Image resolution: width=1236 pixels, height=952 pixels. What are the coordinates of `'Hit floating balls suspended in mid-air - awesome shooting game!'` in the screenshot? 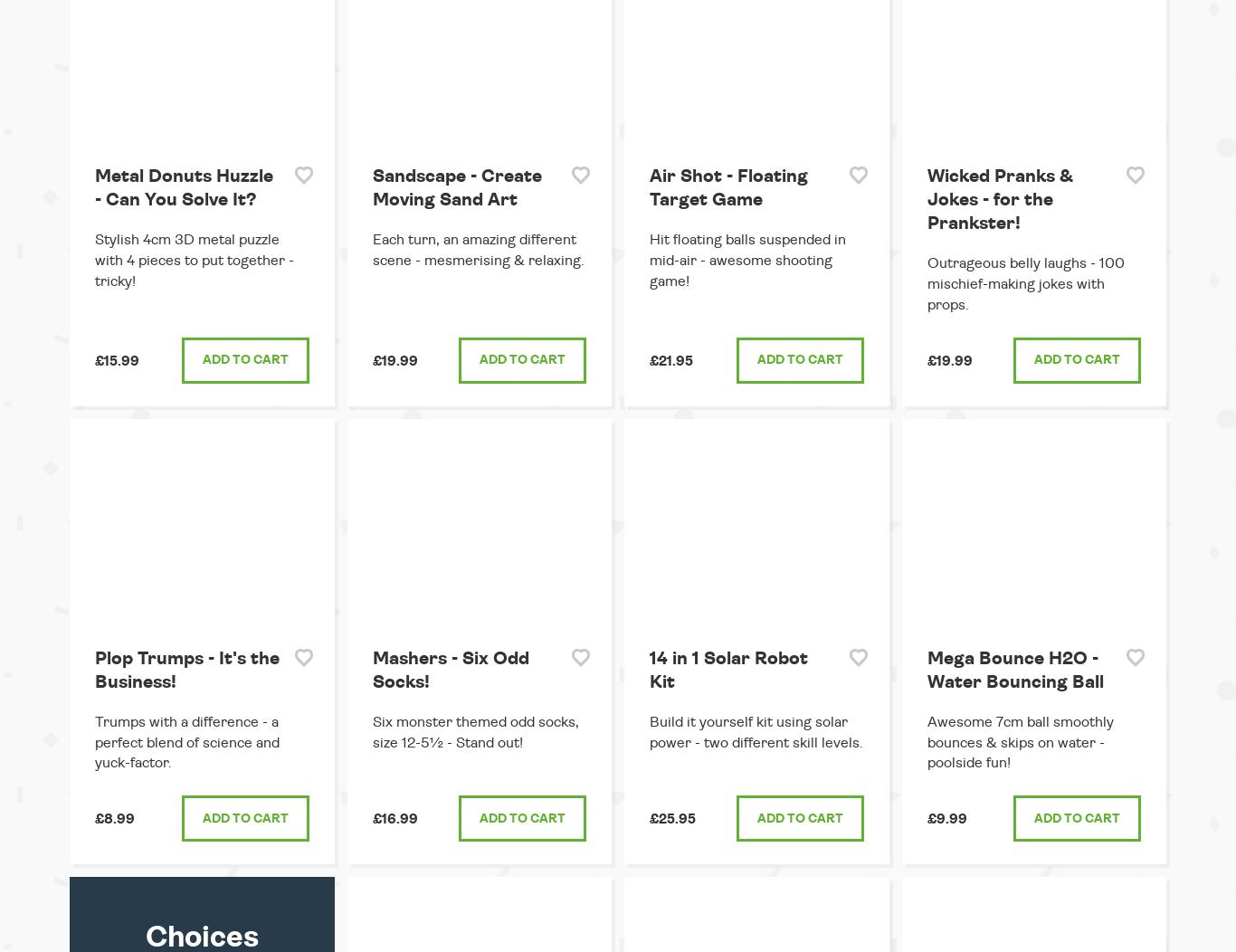 It's located at (746, 261).